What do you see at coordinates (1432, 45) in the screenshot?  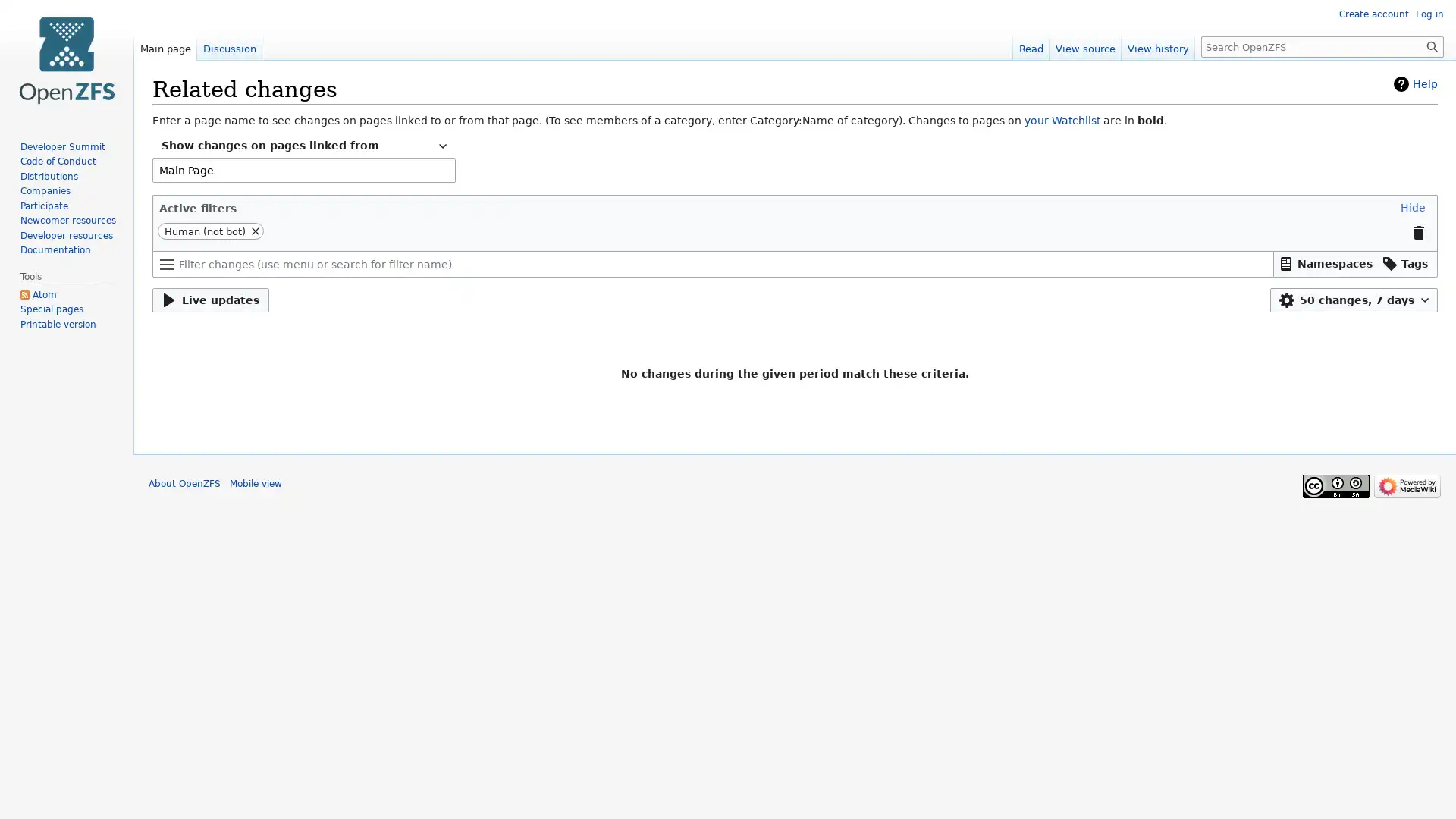 I see `Go` at bounding box center [1432, 45].